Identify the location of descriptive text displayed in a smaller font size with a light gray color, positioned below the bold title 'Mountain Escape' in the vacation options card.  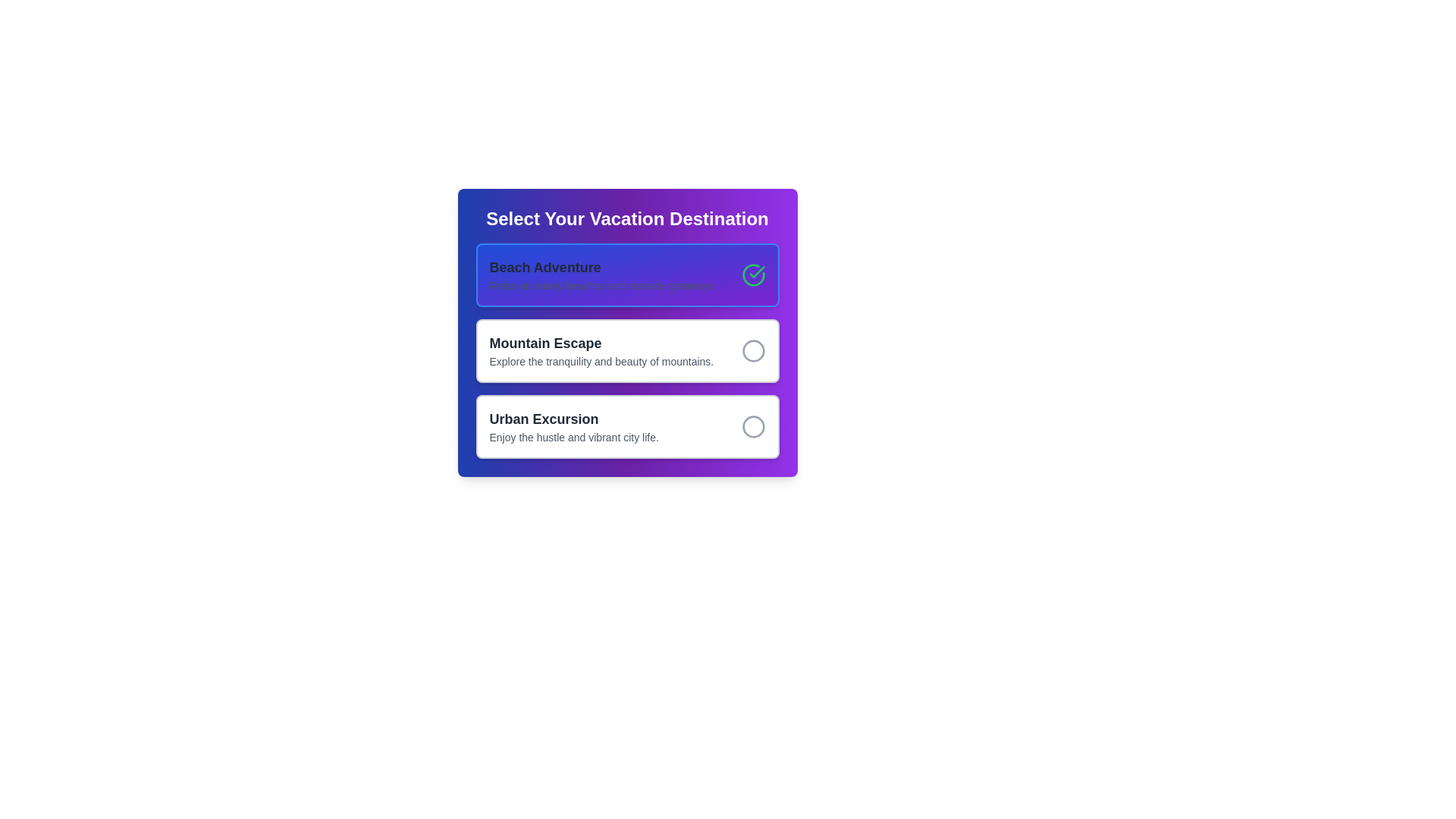
(601, 362).